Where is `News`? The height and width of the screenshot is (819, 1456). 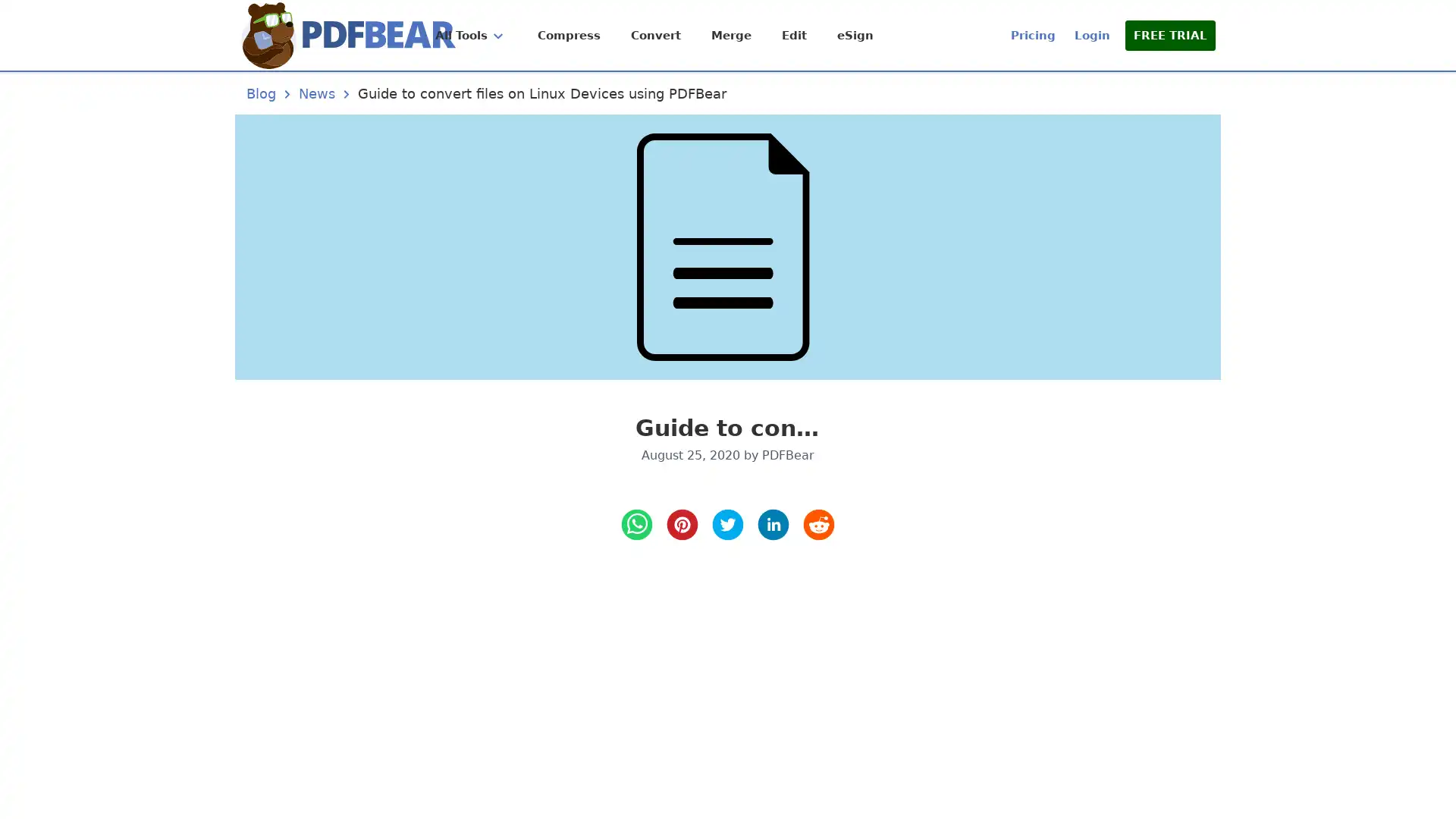 News is located at coordinates (315, 93).